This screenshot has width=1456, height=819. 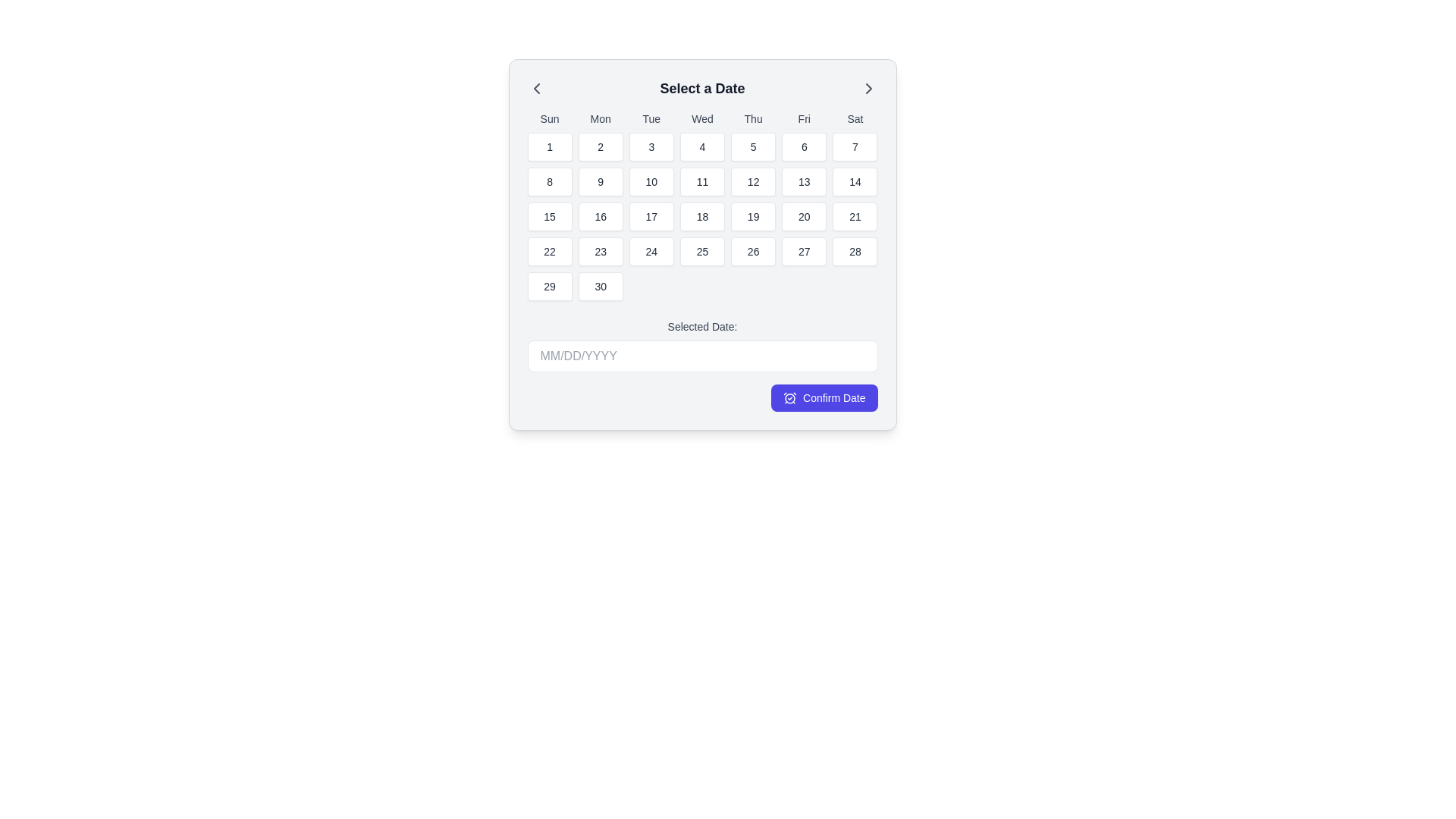 What do you see at coordinates (701, 206) in the screenshot?
I see `a specific day within the grid-based calendar display` at bounding box center [701, 206].